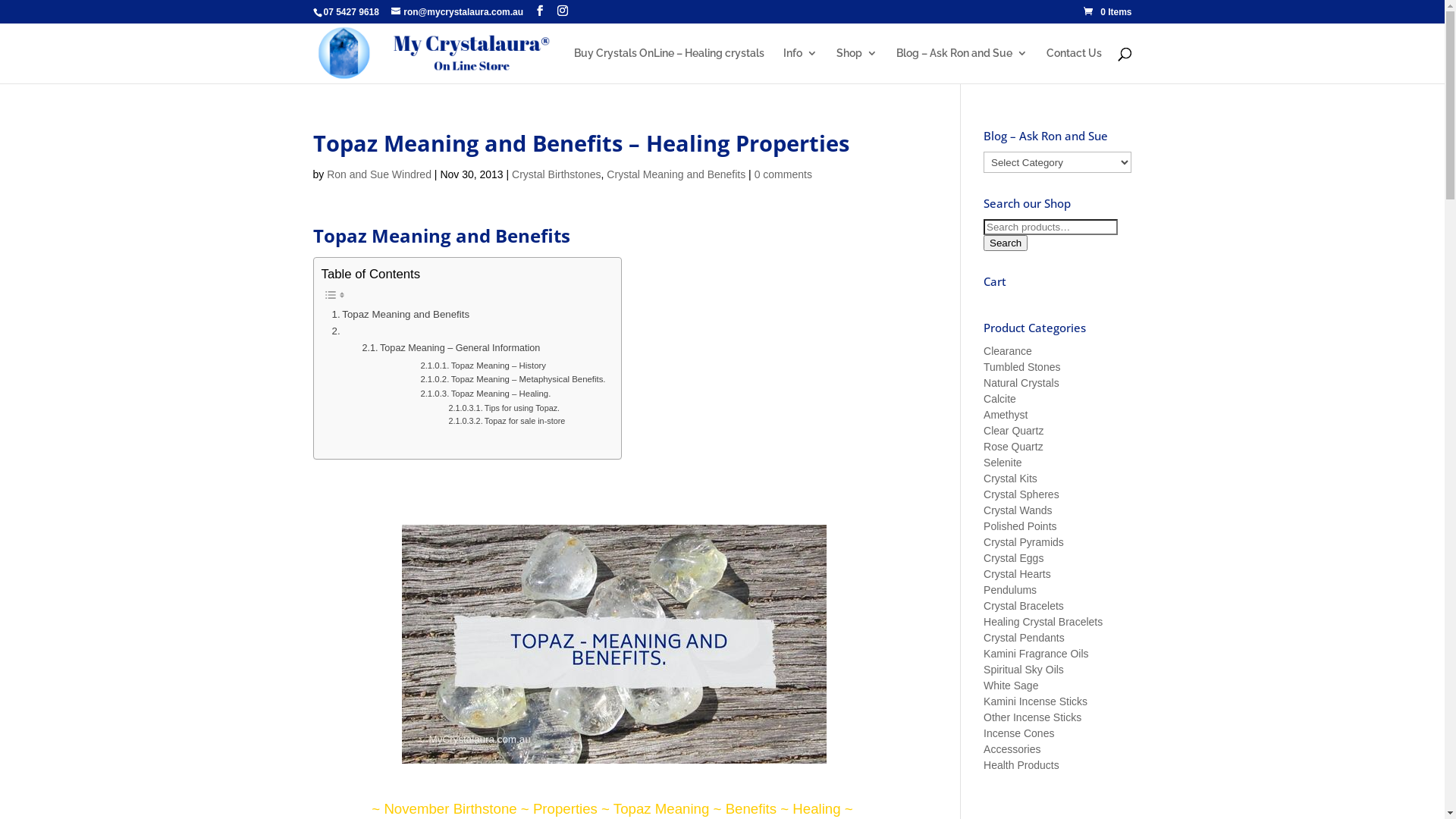  I want to click on 'Crystal Spheres', so click(1021, 494).